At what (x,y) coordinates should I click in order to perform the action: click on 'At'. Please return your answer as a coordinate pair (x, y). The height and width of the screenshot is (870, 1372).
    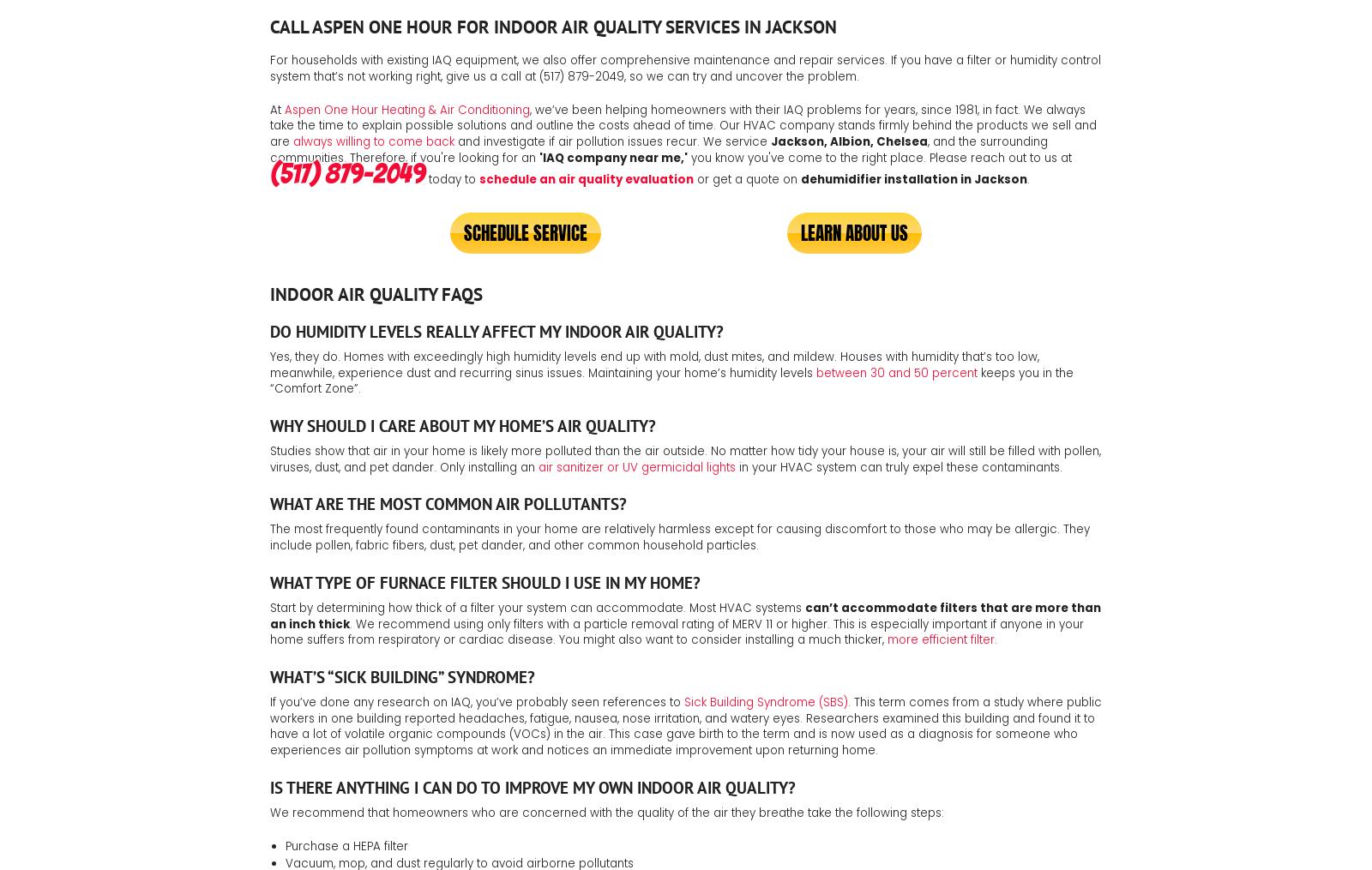
    Looking at the image, I should click on (277, 109).